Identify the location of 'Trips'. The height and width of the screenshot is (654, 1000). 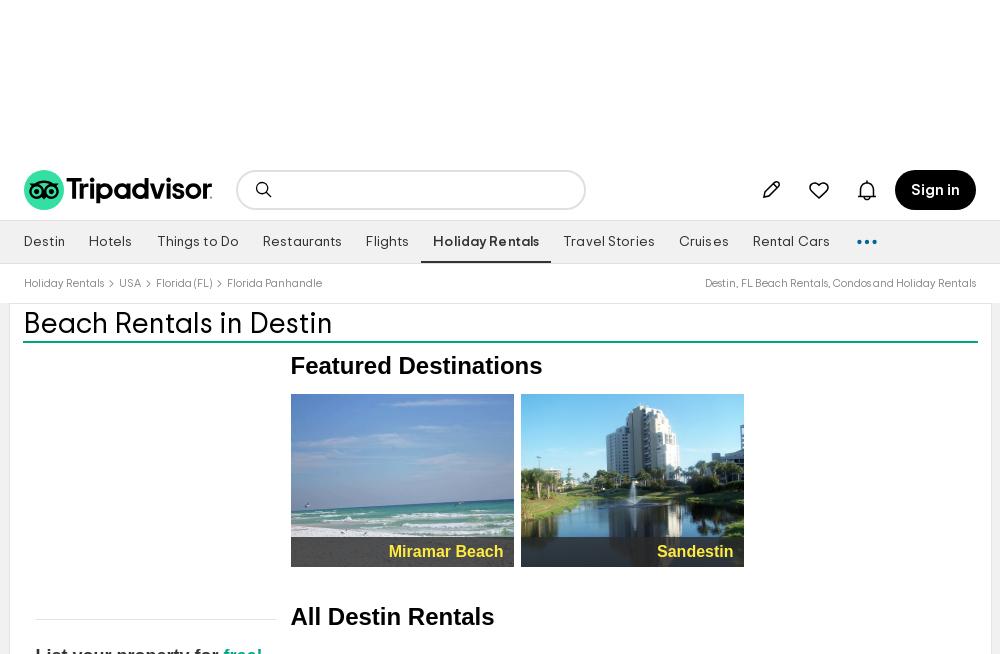
(837, 199).